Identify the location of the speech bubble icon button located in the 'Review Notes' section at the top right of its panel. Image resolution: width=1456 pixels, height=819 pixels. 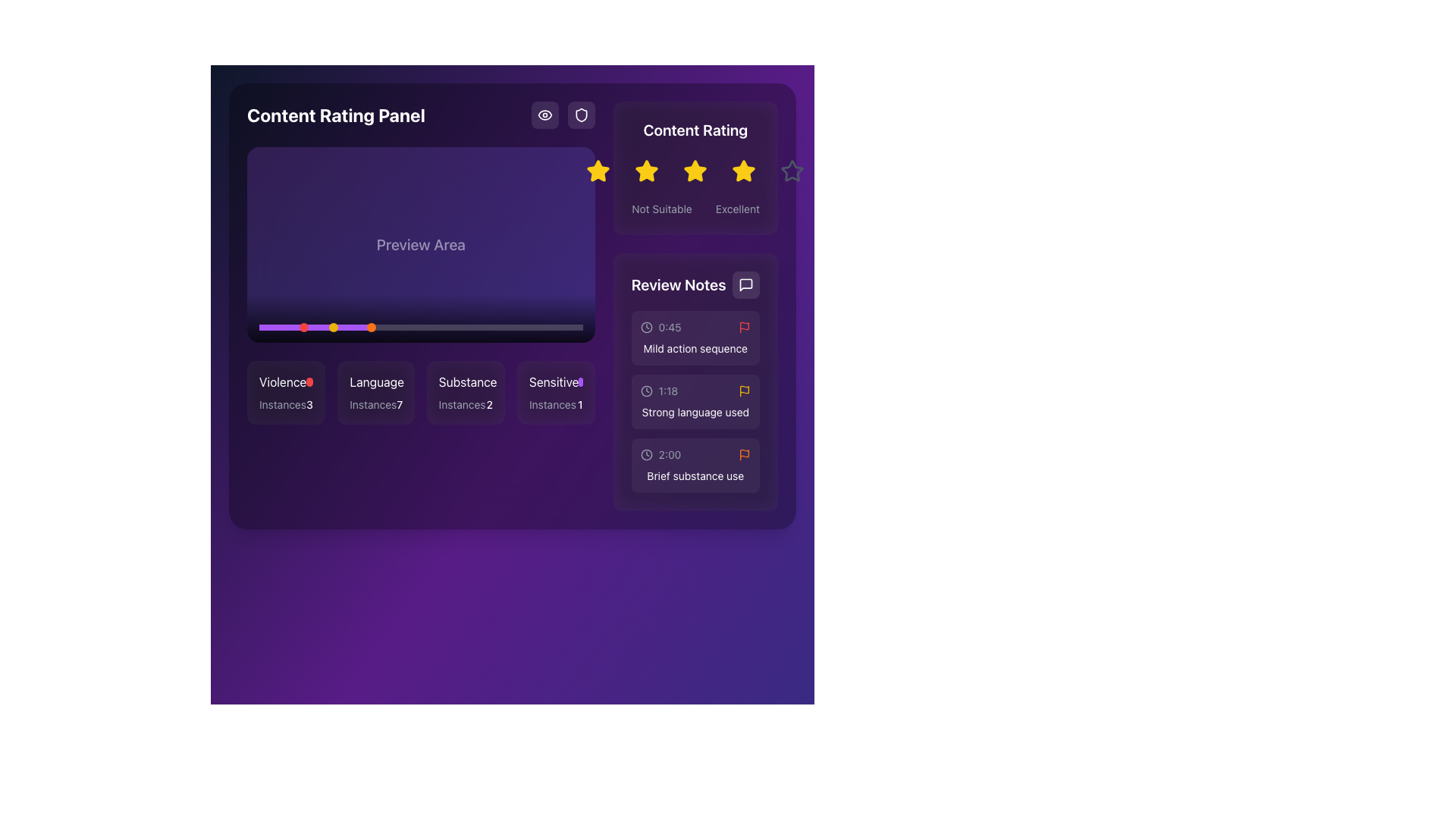
(745, 284).